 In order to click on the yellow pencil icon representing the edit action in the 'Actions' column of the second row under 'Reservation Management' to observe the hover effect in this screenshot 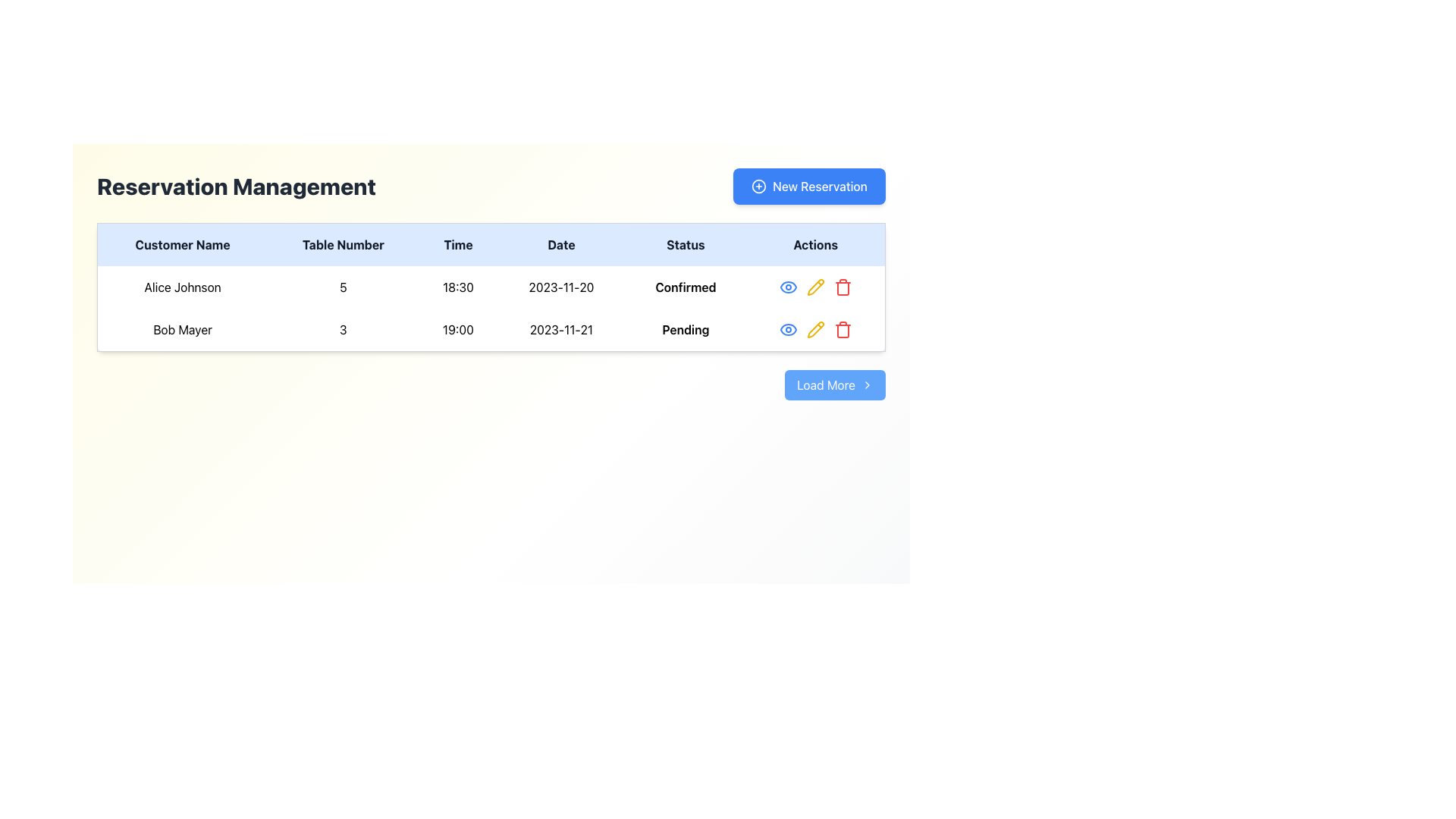, I will do `click(814, 329)`.